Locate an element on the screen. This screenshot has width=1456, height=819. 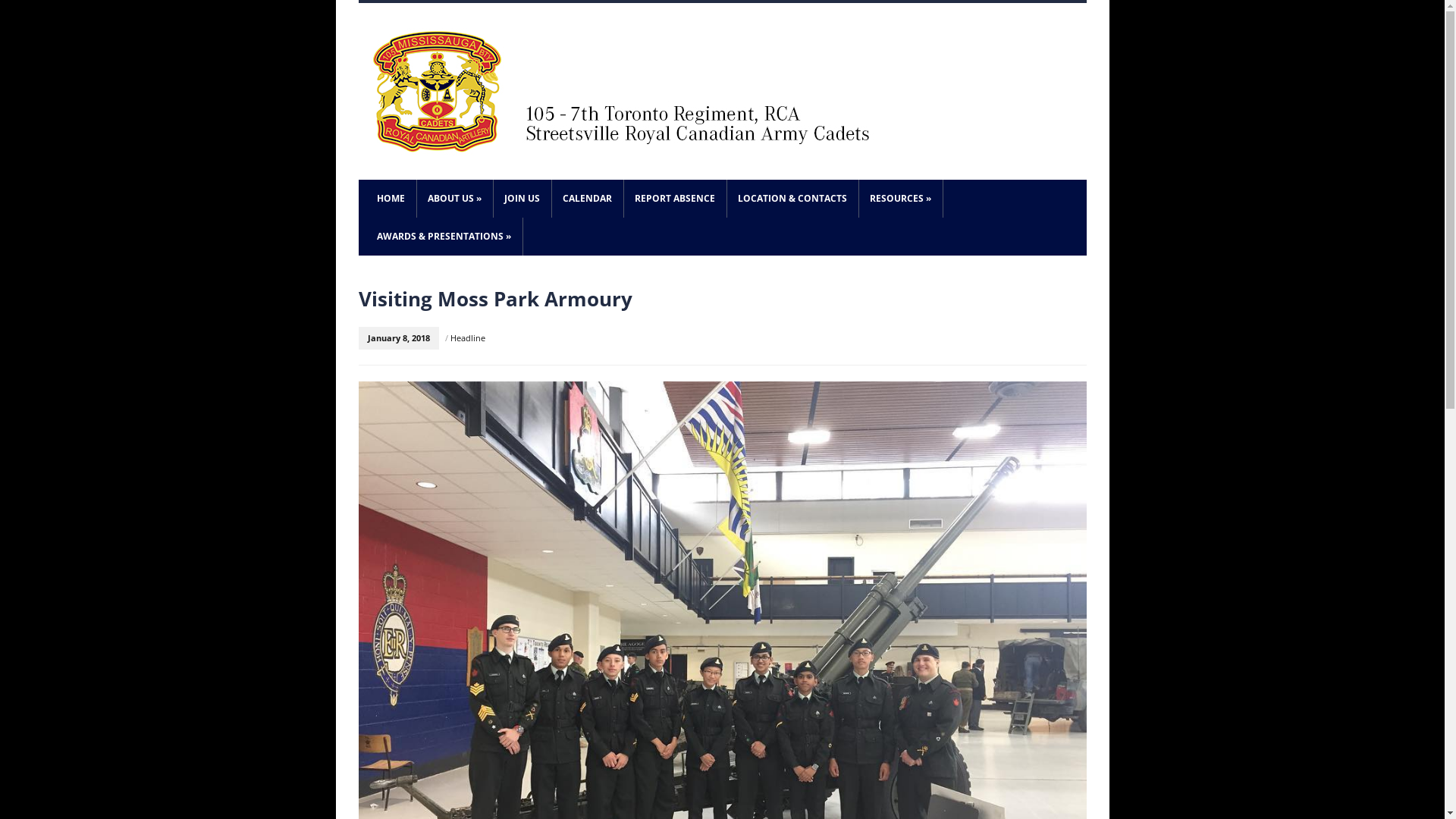
'LOCATION & CONTACTS' is located at coordinates (791, 198).